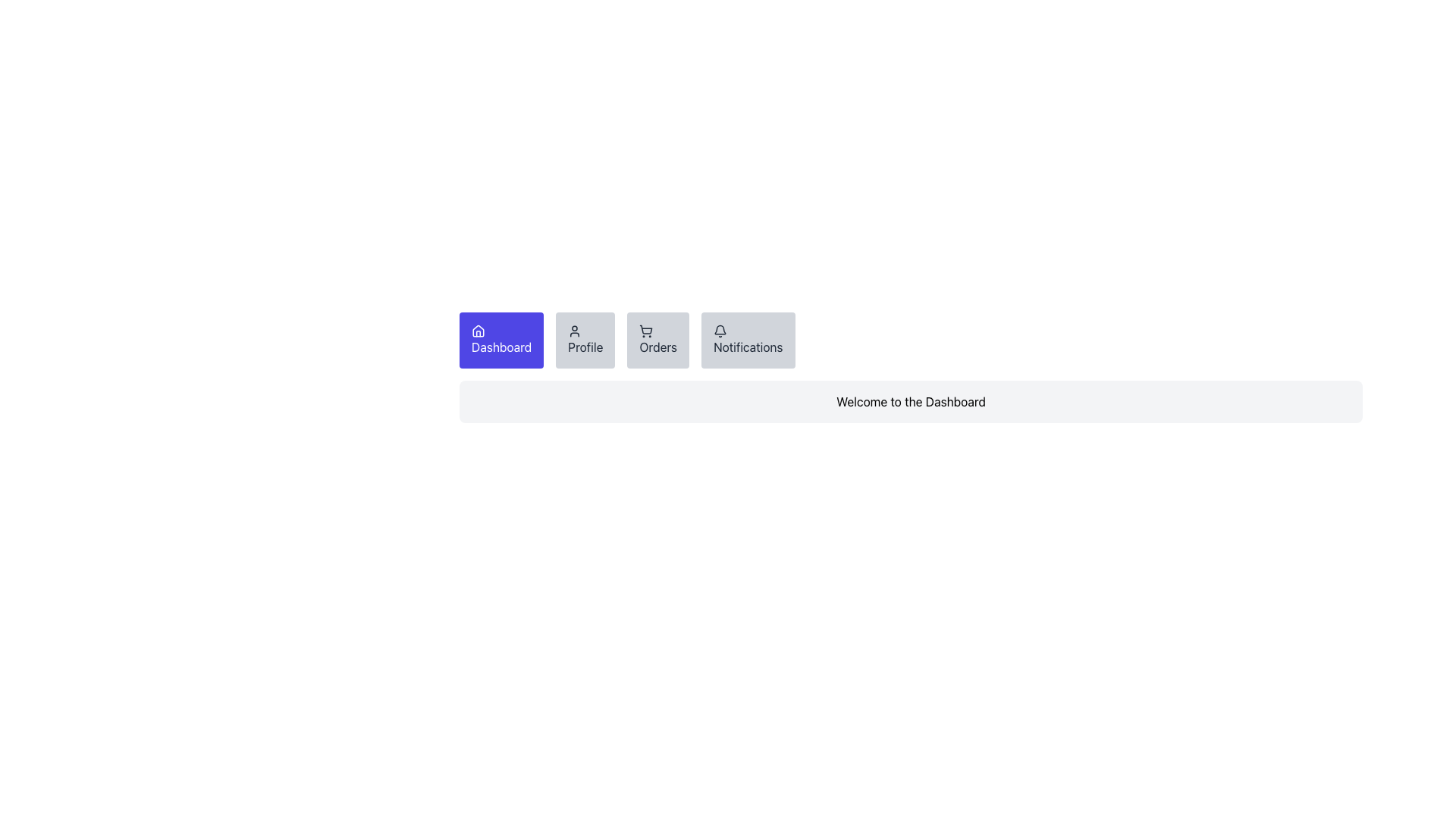 The height and width of the screenshot is (819, 1456). I want to click on the notifications button, which is the fourth button from the left in a horizontal list, so click(748, 339).